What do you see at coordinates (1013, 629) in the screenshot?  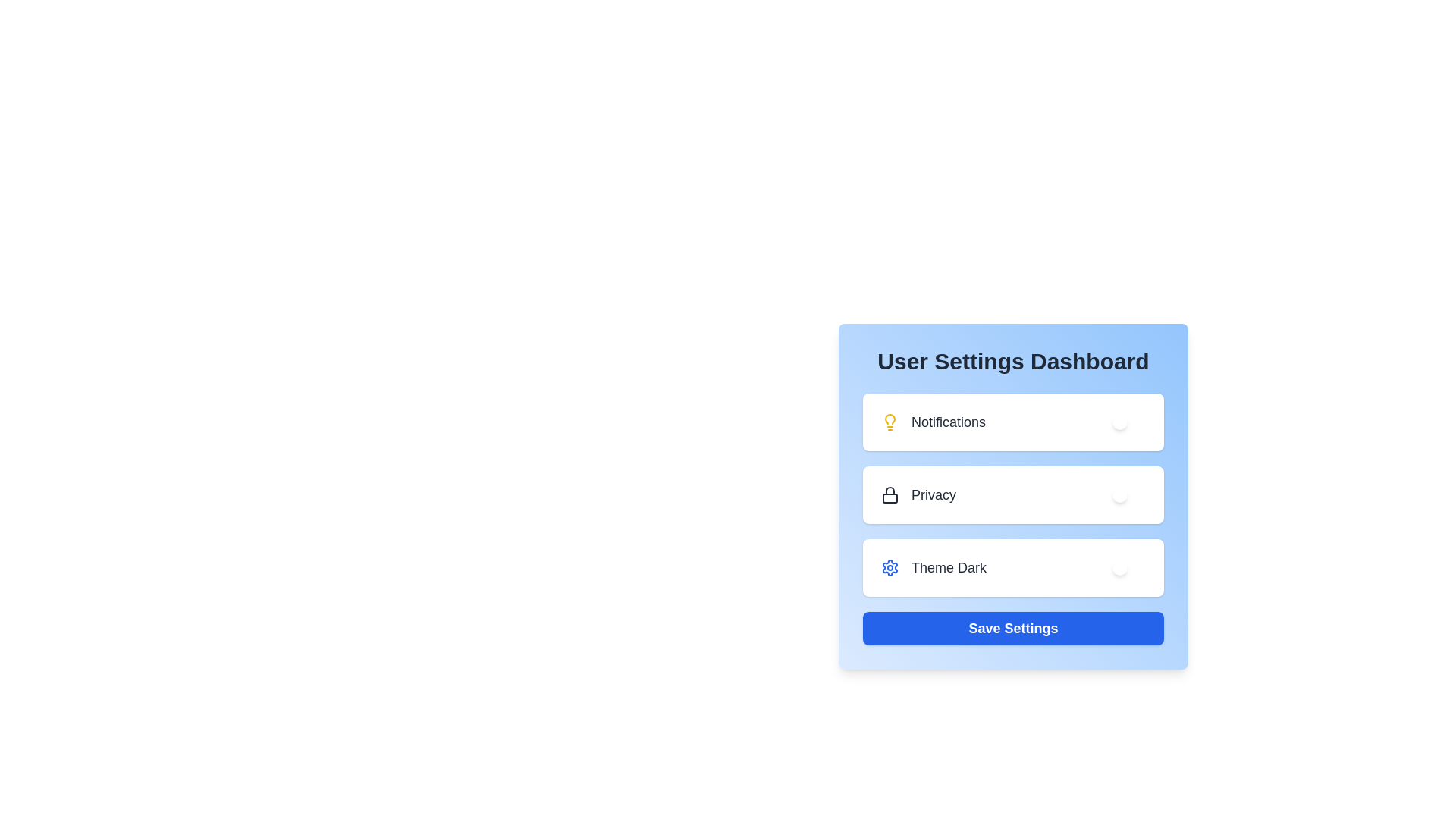 I see `'Save Settings' button to save the current configuration` at bounding box center [1013, 629].